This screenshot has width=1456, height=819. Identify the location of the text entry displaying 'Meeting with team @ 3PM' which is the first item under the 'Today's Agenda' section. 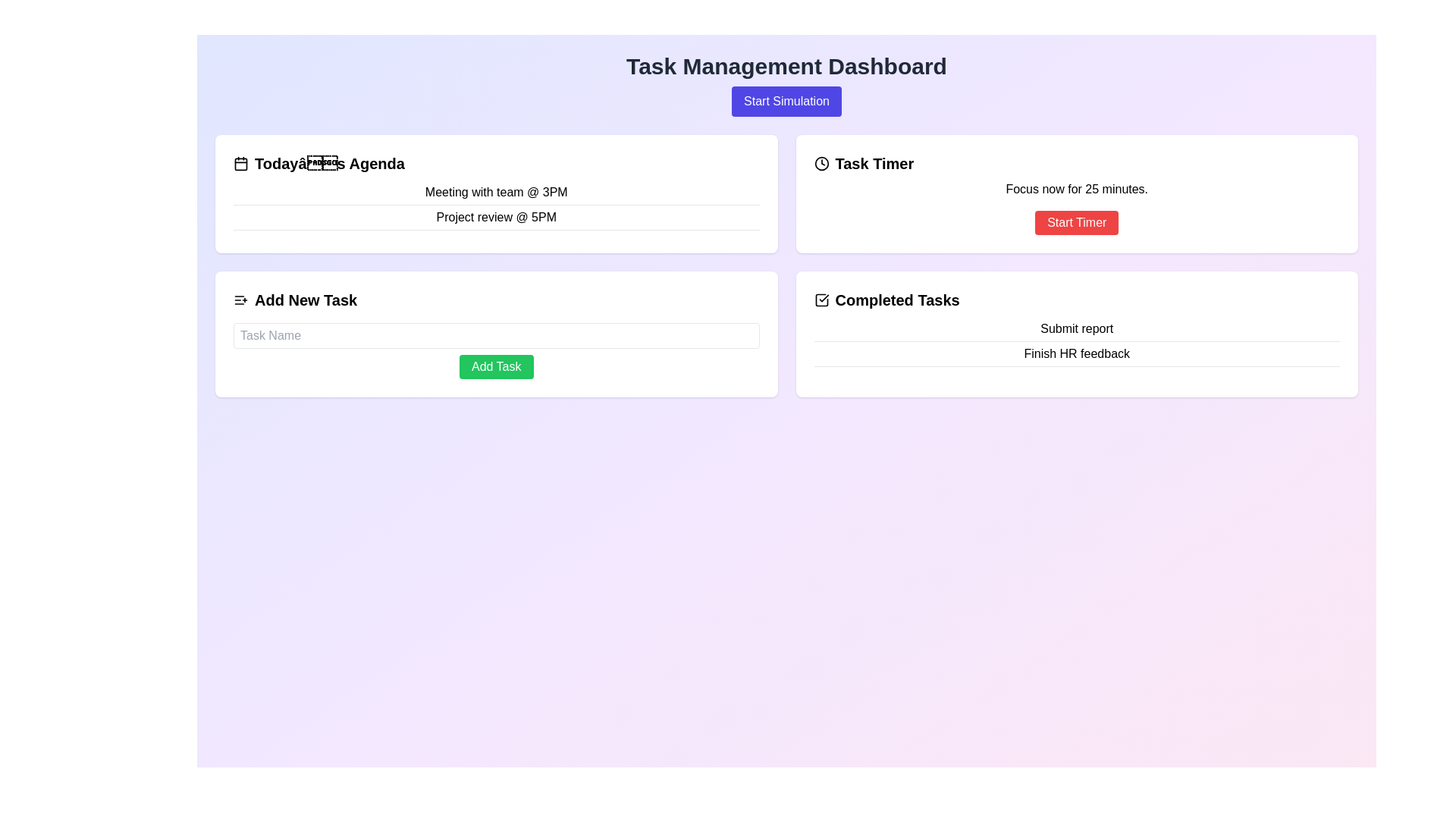
(496, 192).